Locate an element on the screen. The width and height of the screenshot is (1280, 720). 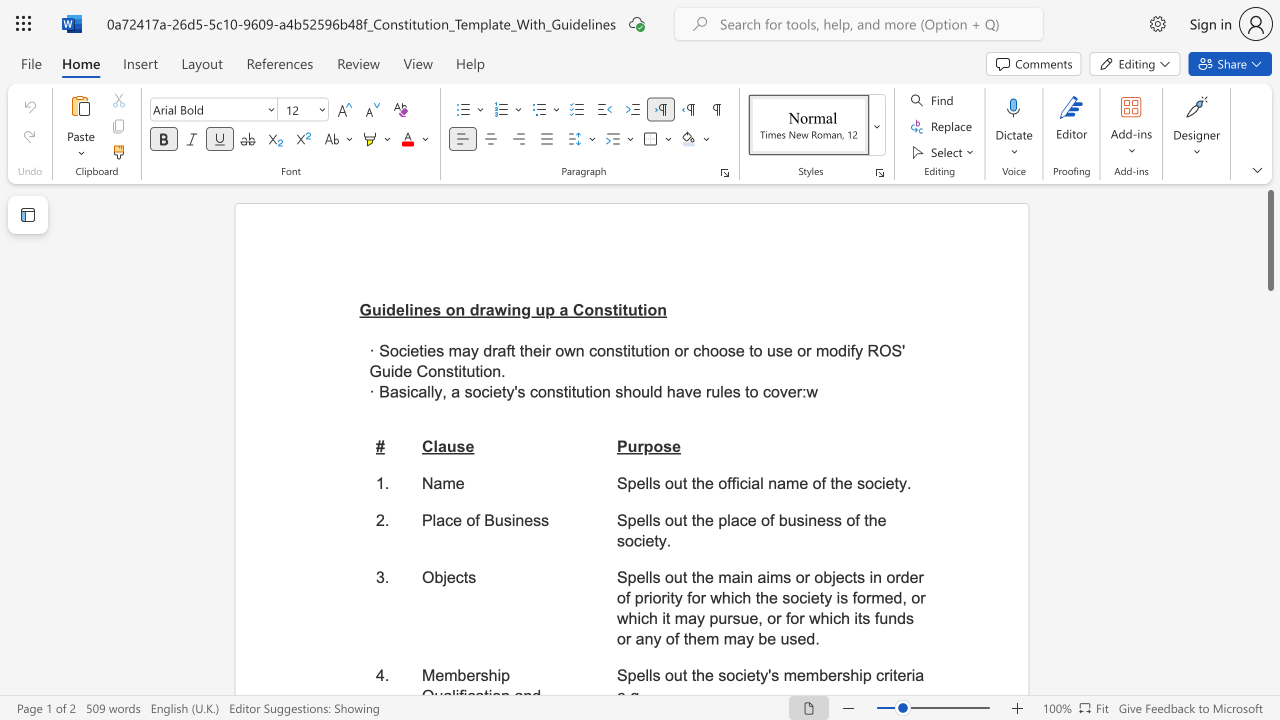
the page's right scrollbar for downward movement is located at coordinates (1269, 498).